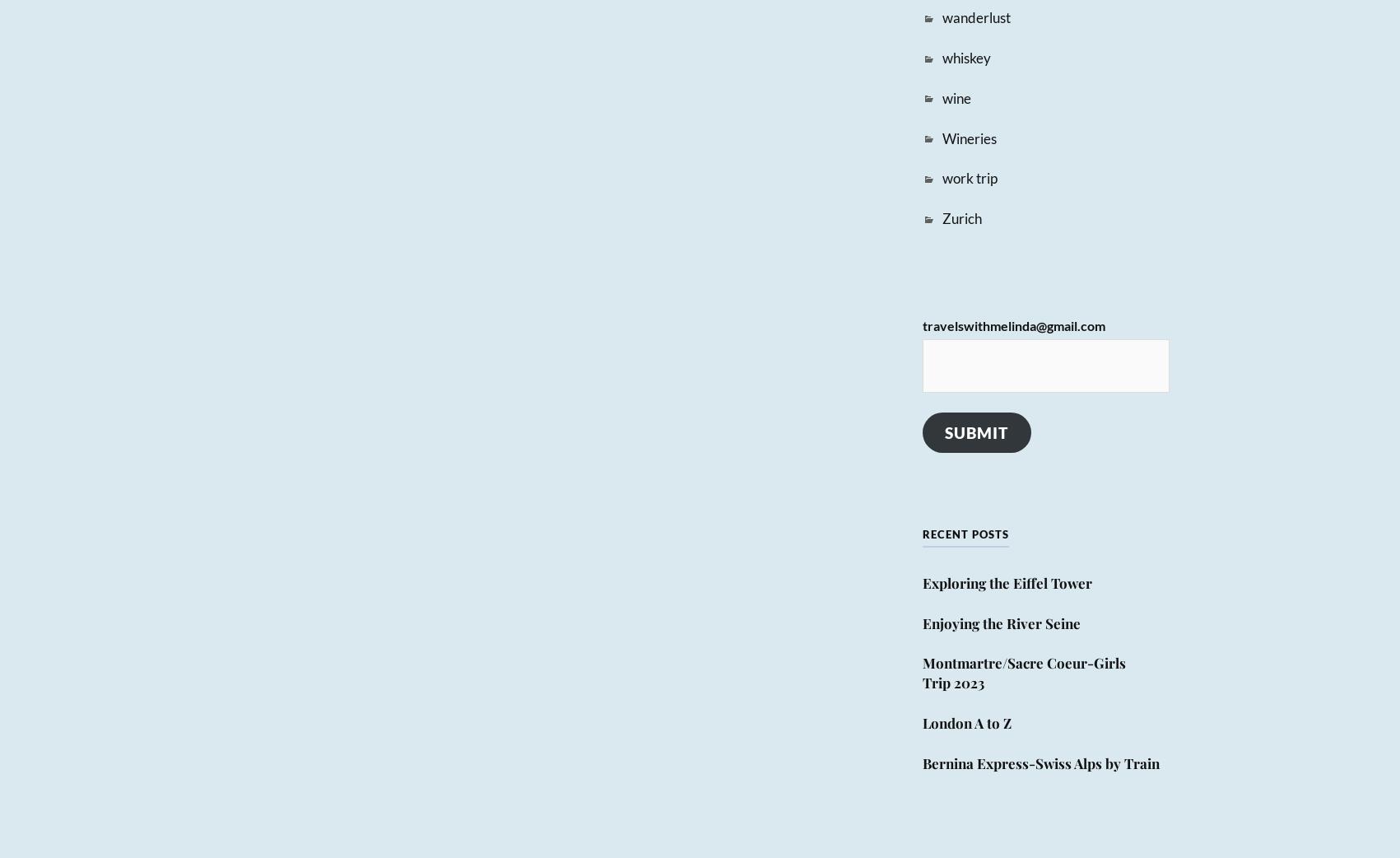 Image resolution: width=1400 pixels, height=858 pixels. Describe the element at coordinates (920, 581) in the screenshot. I see `'Exploring the Eiffel Tower'` at that location.